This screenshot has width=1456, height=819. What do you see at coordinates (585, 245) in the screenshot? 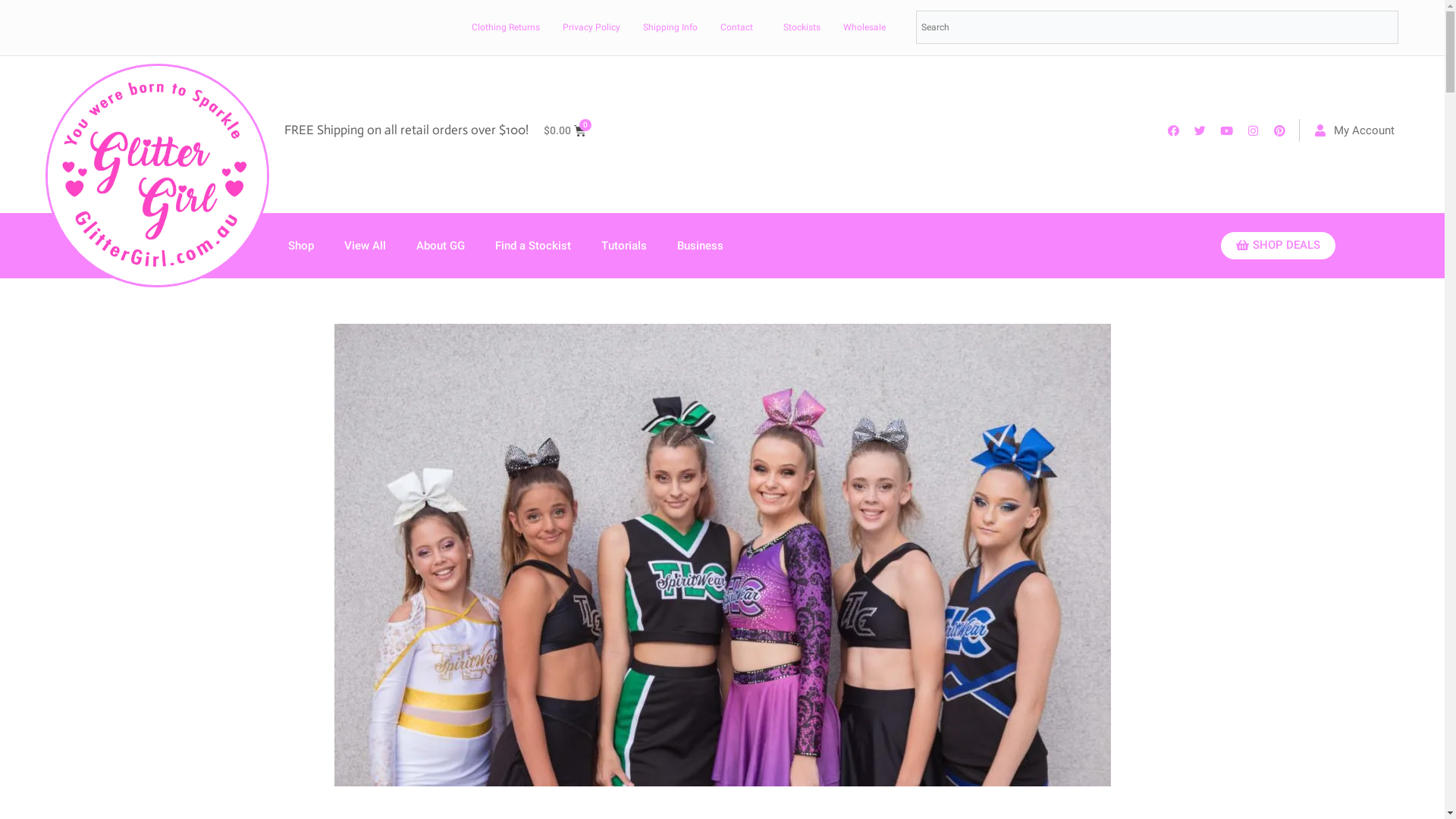
I see `'Tutorials'` at bounding box center [585, 245].